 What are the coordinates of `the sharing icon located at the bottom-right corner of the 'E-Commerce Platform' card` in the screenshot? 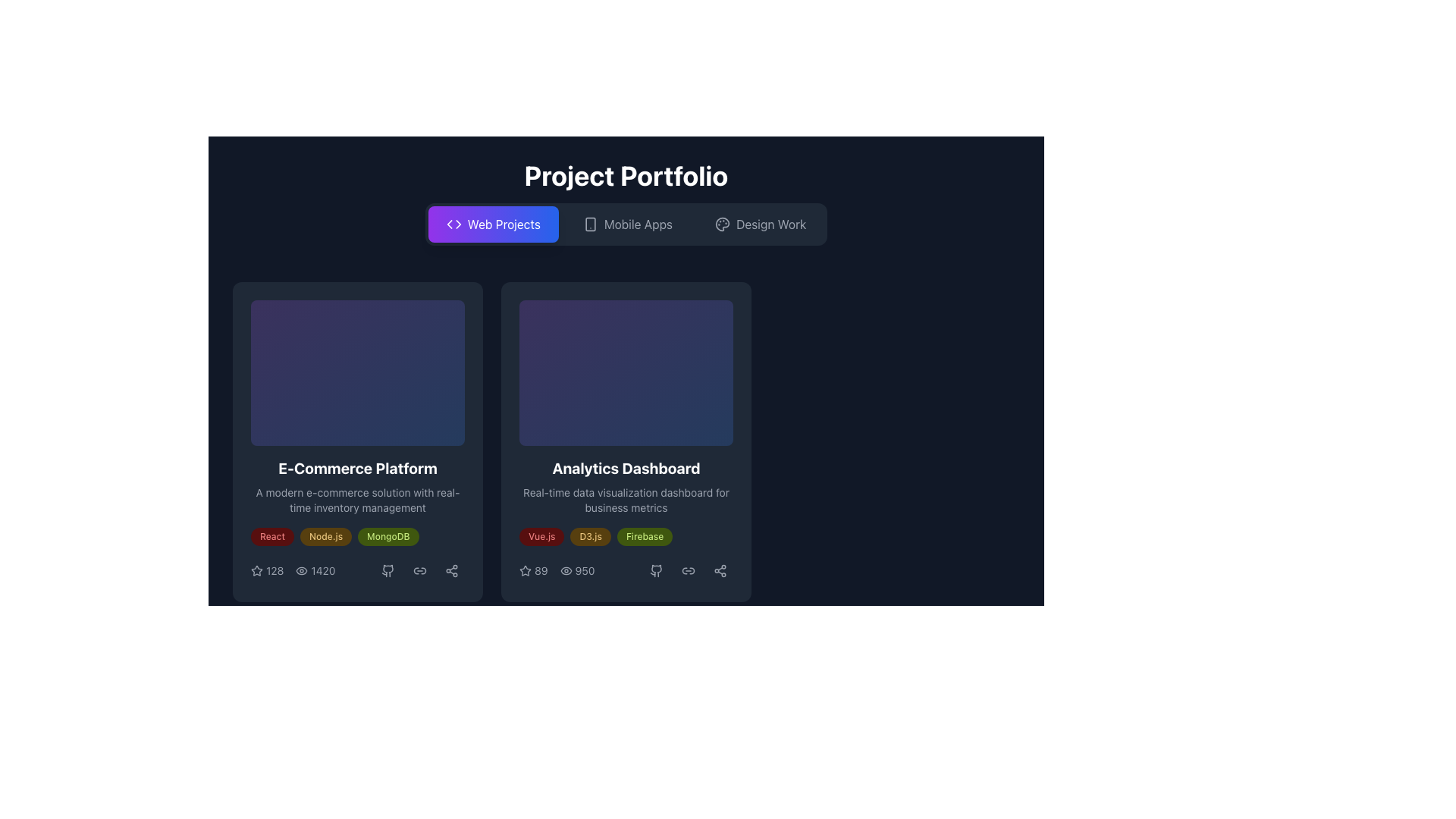 It's located at (450, 570).